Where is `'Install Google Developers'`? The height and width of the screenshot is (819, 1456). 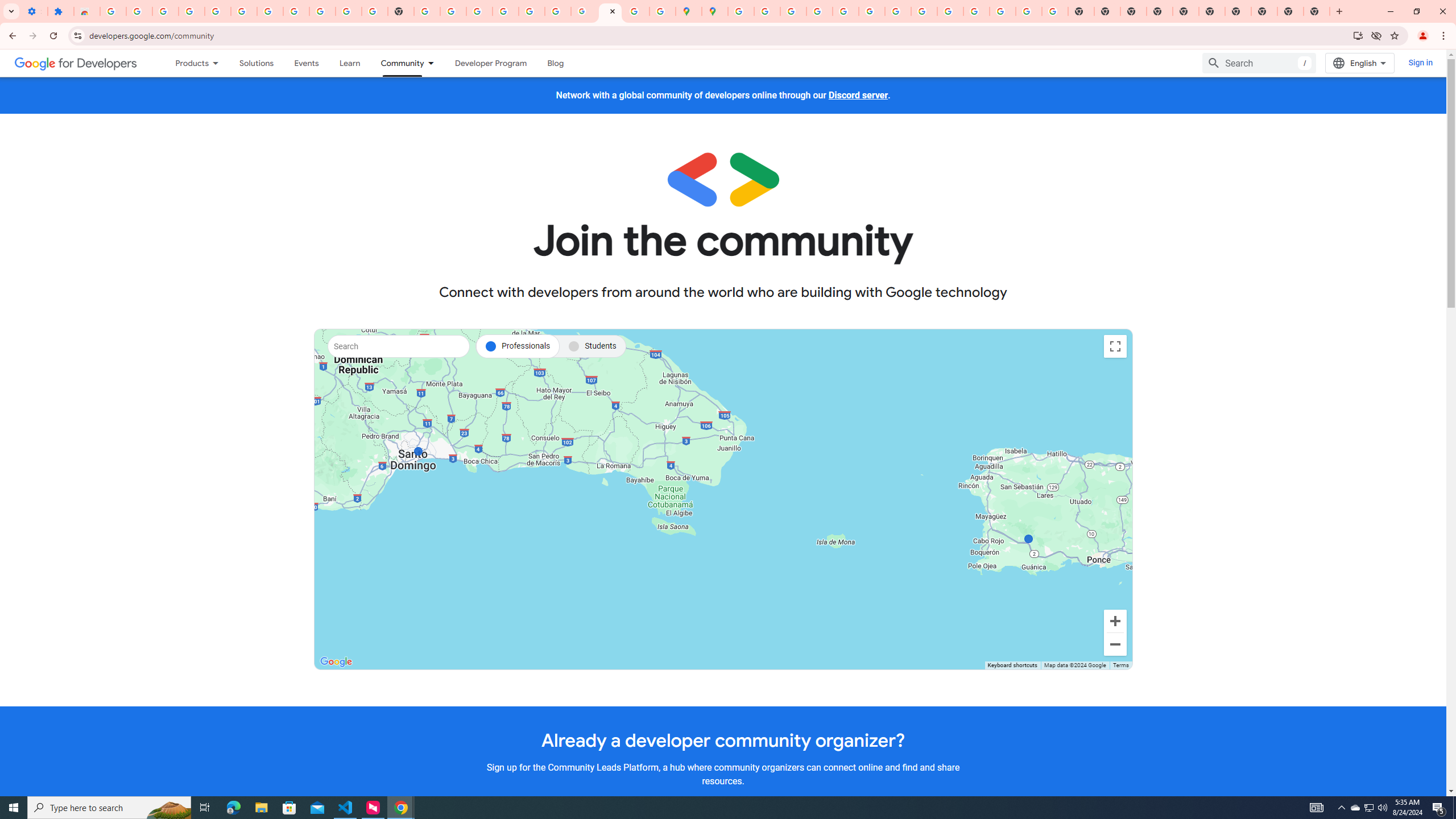
'Install Google Developers' is located at coordinates (1358, 35).